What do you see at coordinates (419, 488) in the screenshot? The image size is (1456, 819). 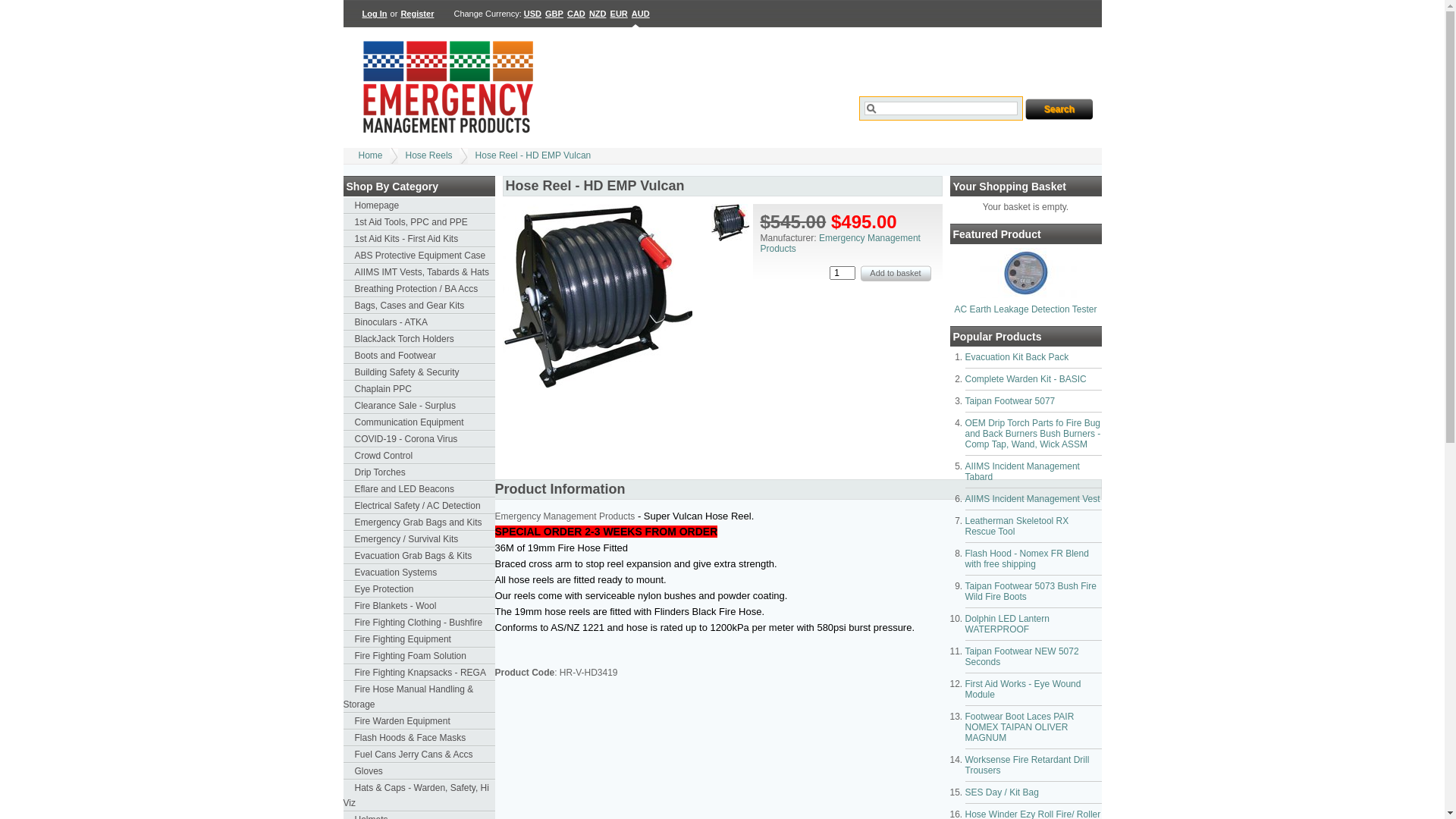 I see `'Eflare and LED Beacons'` at bounding box center [419, 488].